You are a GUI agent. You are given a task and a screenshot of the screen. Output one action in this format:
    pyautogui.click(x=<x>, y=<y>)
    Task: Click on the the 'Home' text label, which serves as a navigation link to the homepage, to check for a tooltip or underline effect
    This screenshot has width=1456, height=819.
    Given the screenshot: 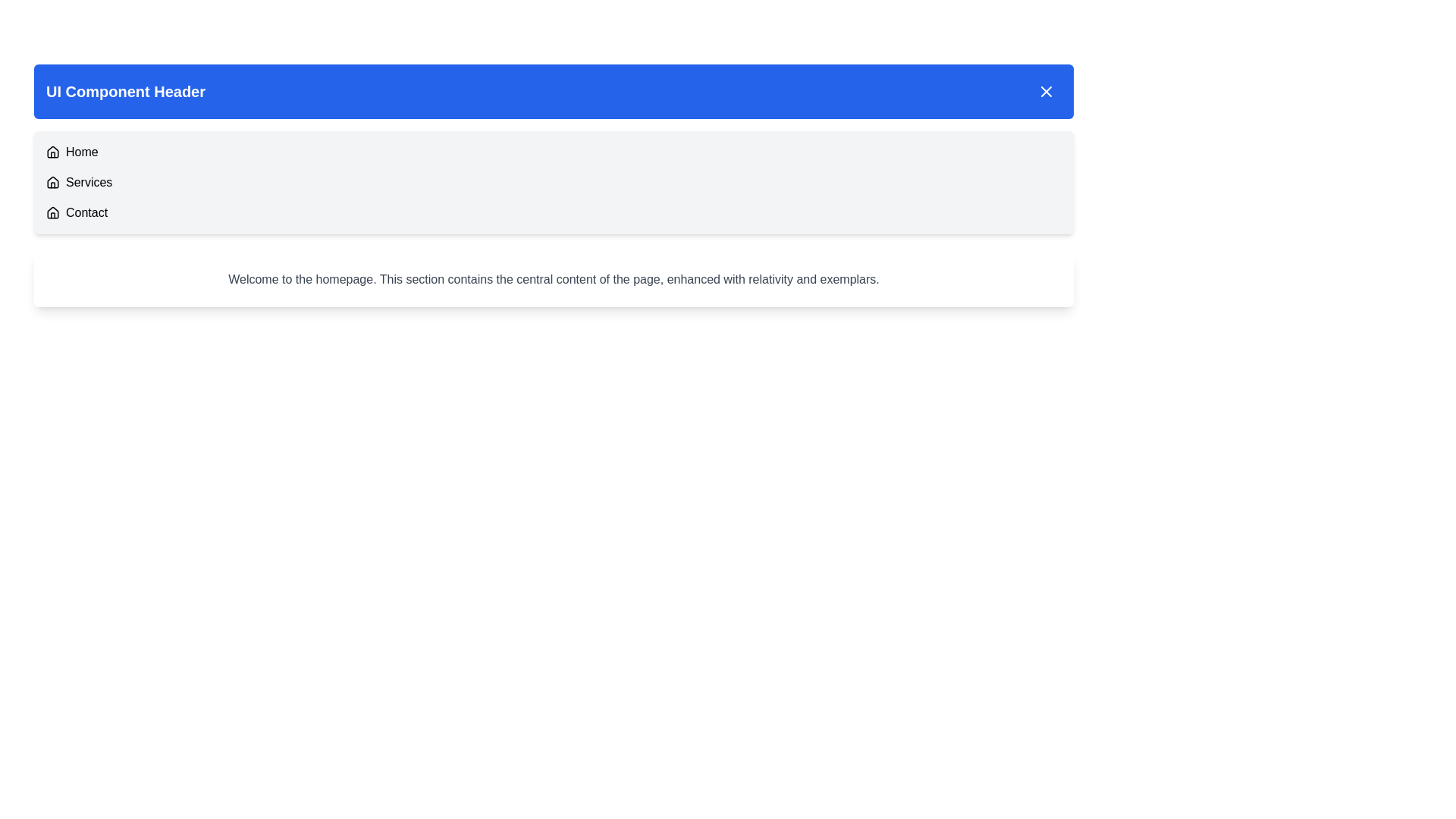 What is the action you would take?
    pyautogui.click(x=81, y=152)
    